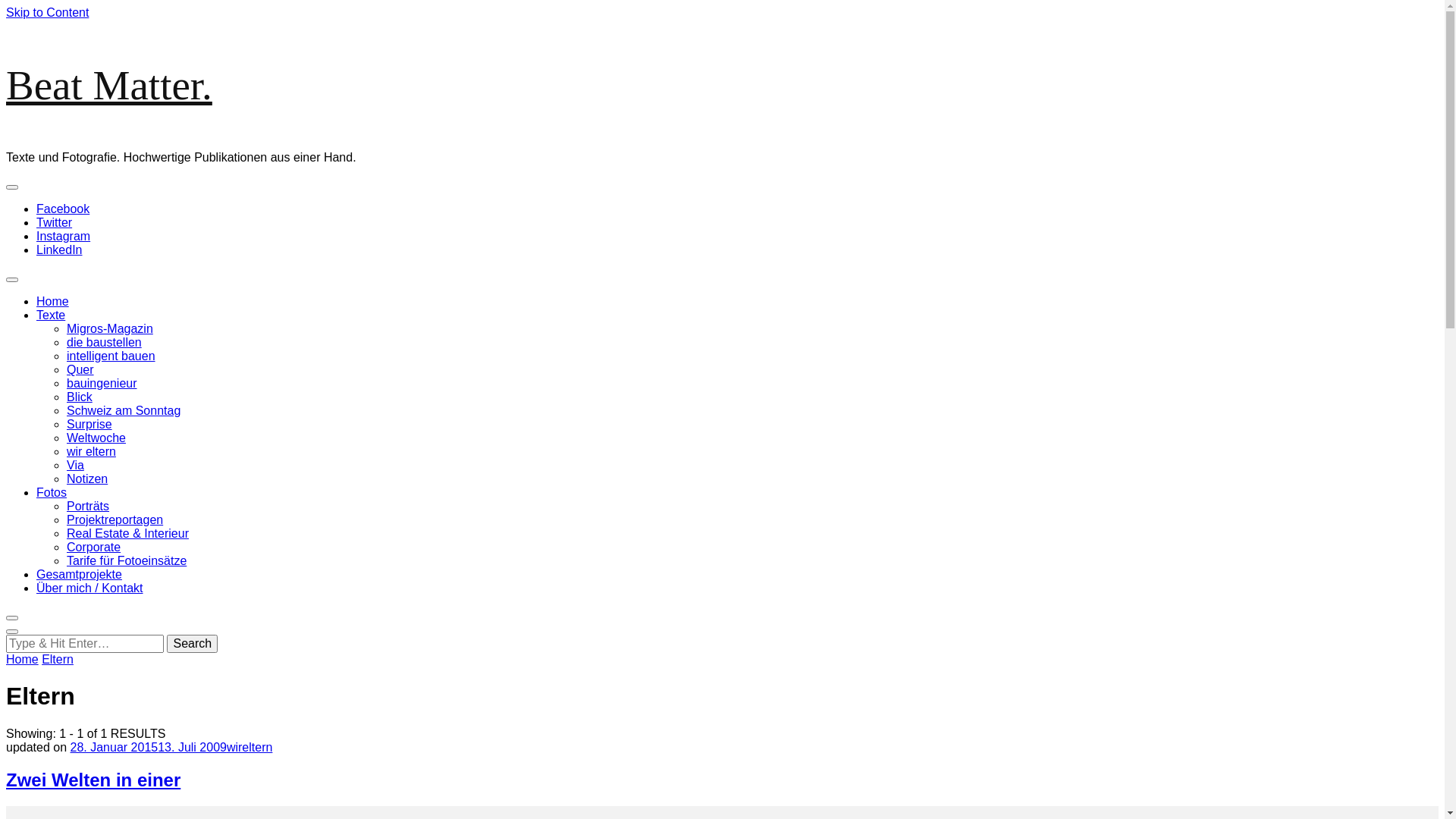  Describe the element at coordinates (65, 519) in the screenshot. I see `'Projektreportagen'` at that location.